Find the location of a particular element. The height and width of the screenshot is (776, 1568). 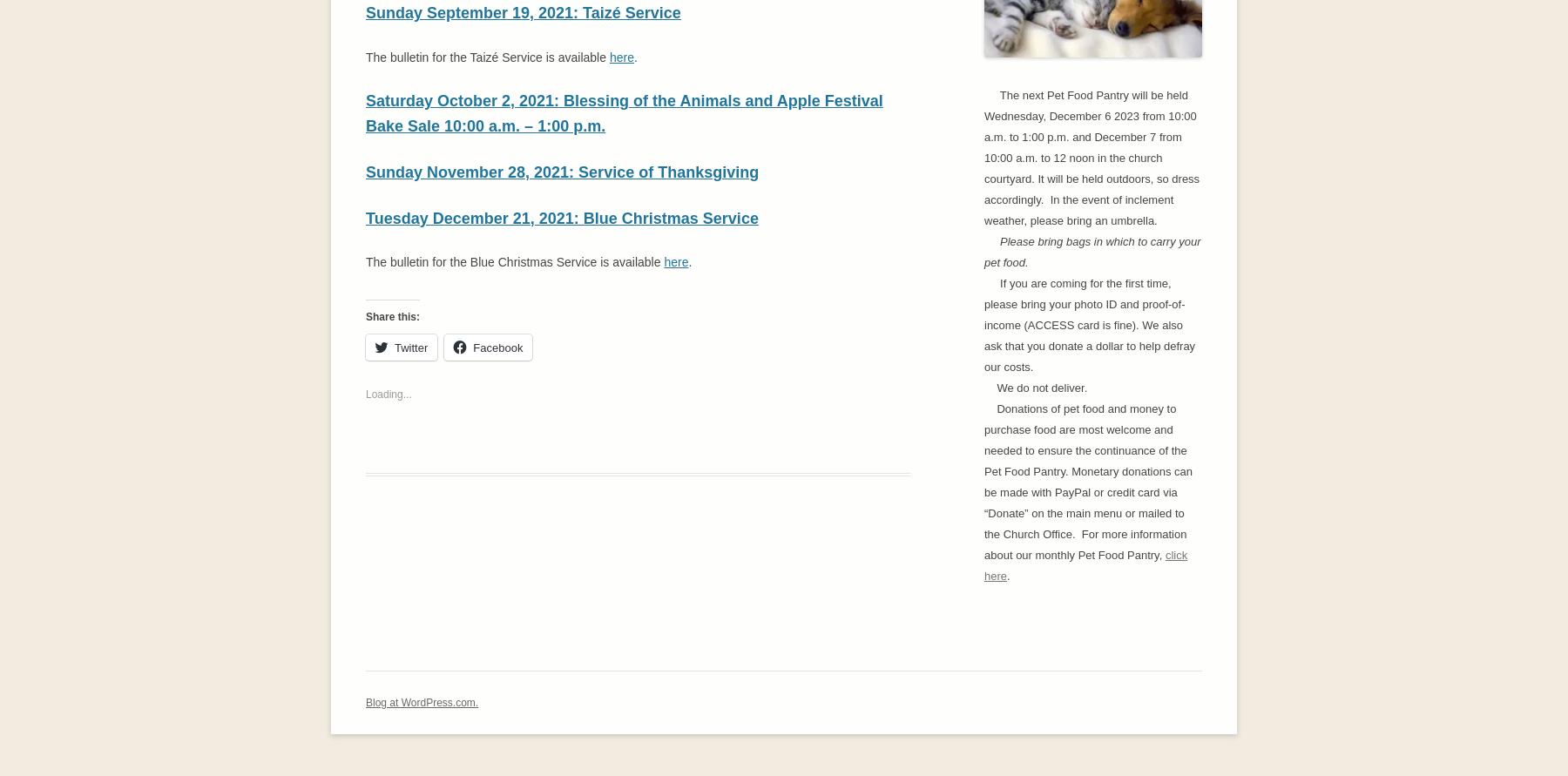

'If you are coming for the first time, please bring your photo ID and proof-of-income (ACCESS card is fine). We also ask that you donate a dollar to help defray our costs.' is located at coordinates (1090, 324).